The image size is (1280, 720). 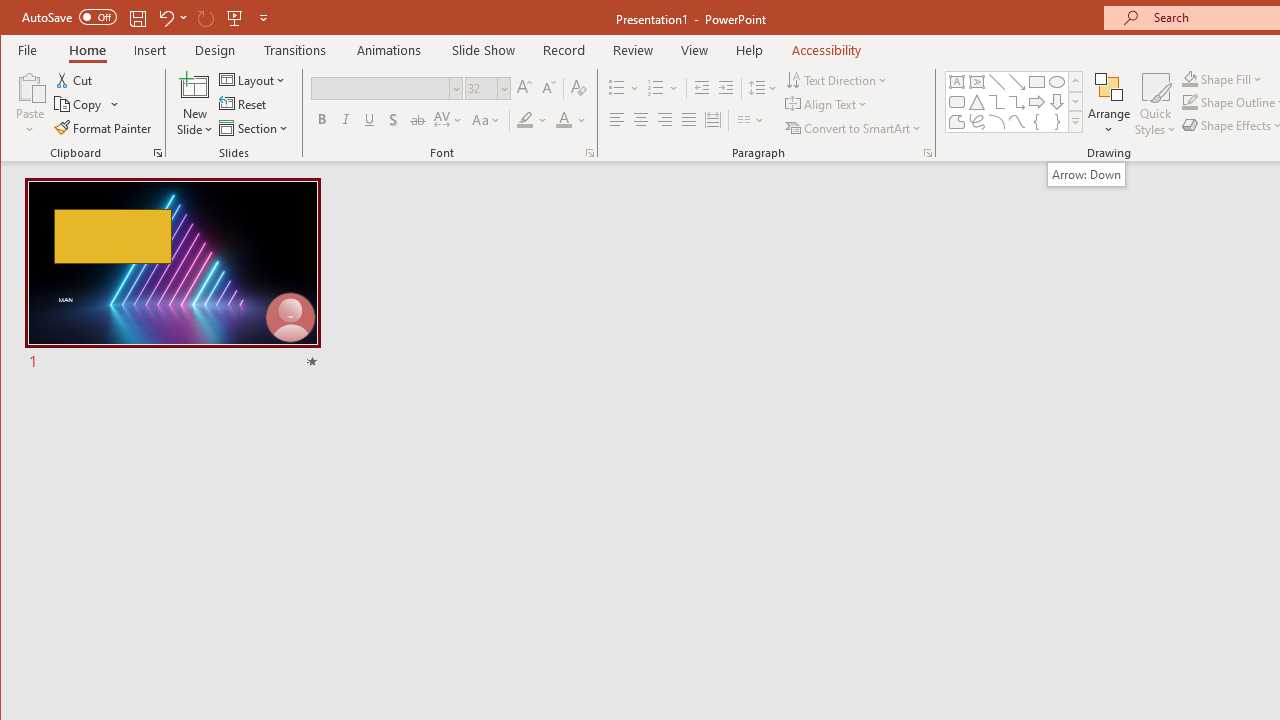 I want to click on 'Vertical Text Box', so click(x=976, y=81).